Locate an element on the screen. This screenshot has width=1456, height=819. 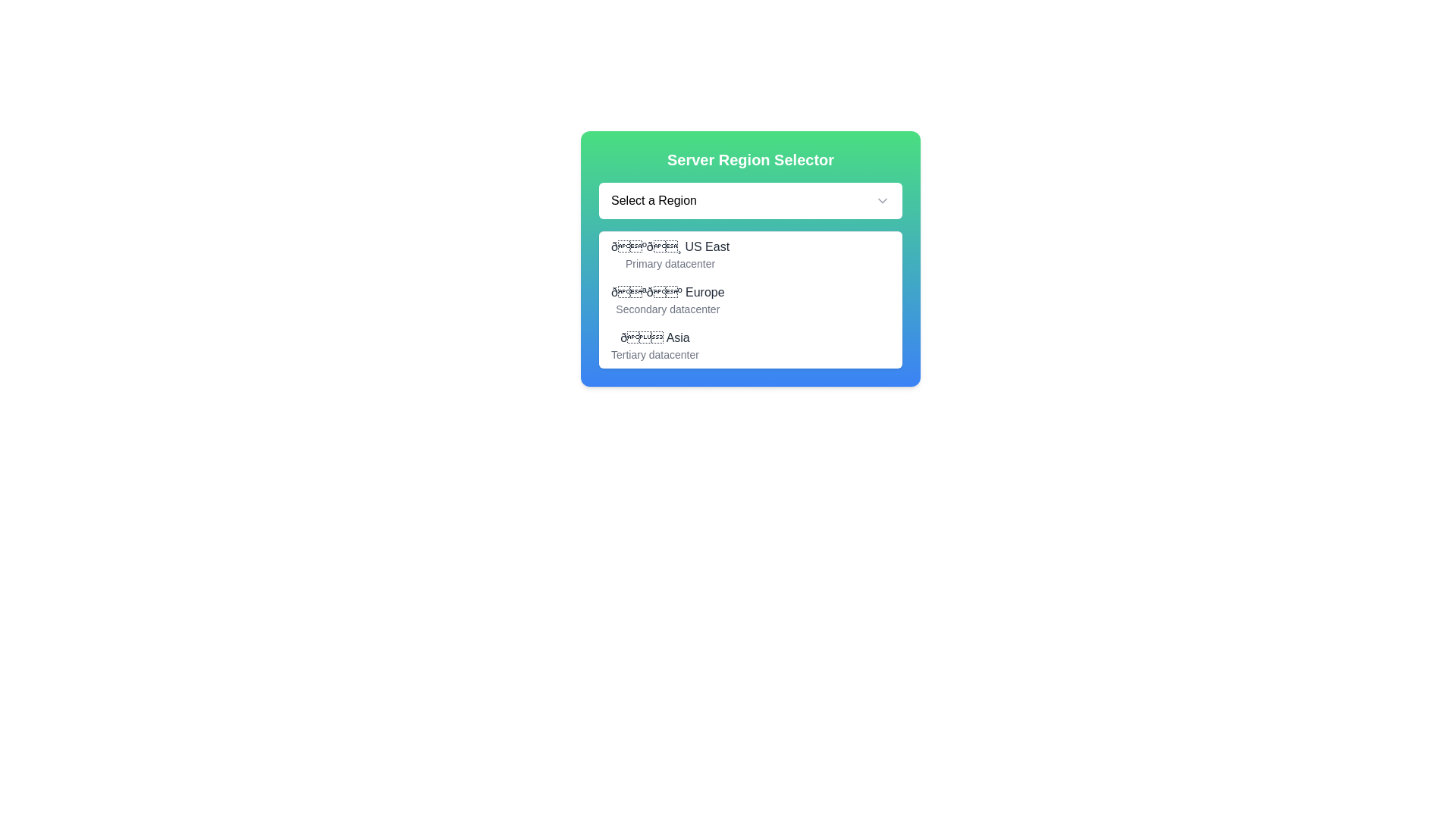
the chevron-down icon button located at the far right edge of the 'Select a Region' input box is located at coordinates (882, 200).